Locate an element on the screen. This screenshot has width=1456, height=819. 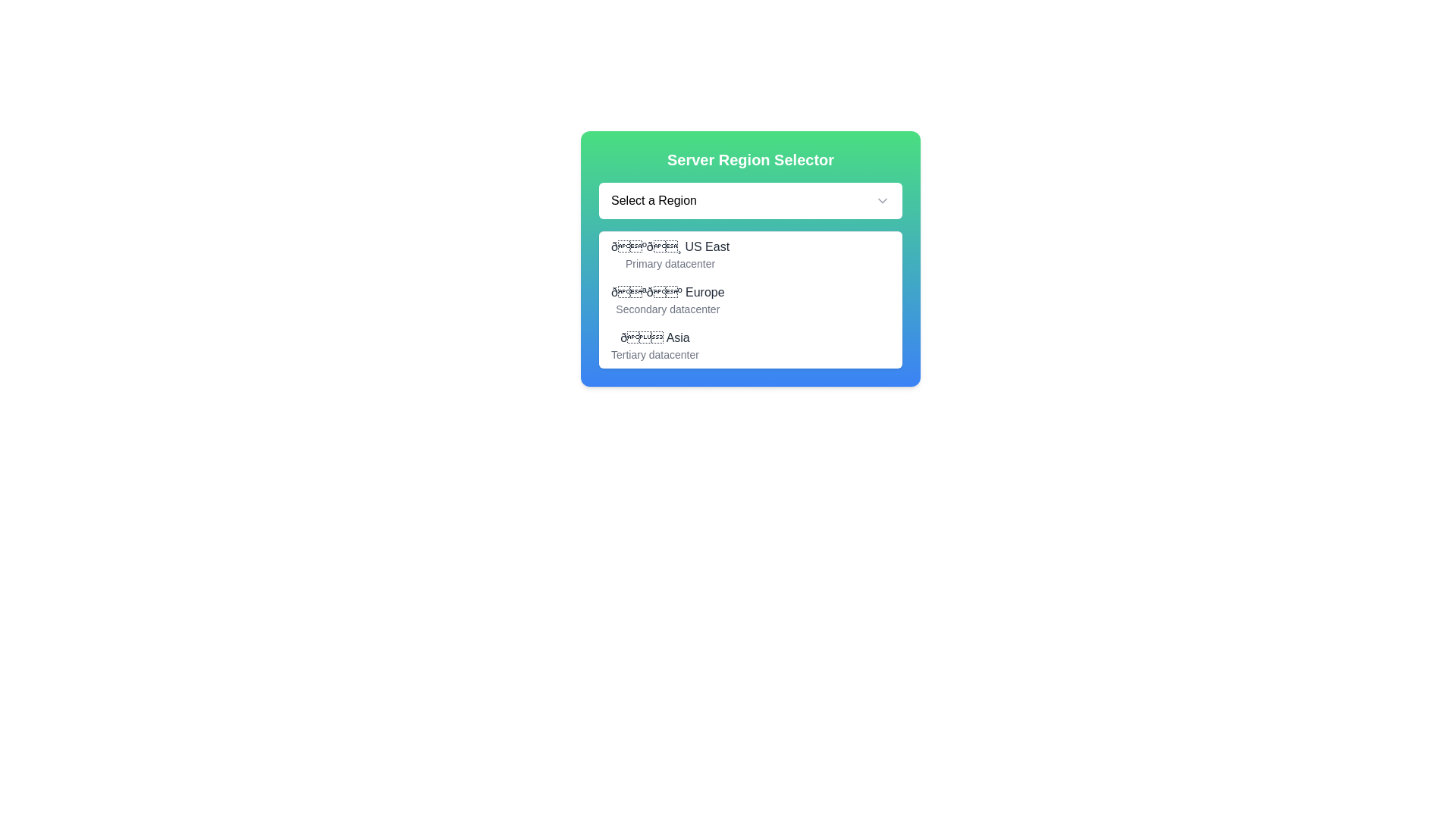
the chevron-down icon button located at the far right edge of the 'Select a Region' input box is located at coordinates (882, 200).